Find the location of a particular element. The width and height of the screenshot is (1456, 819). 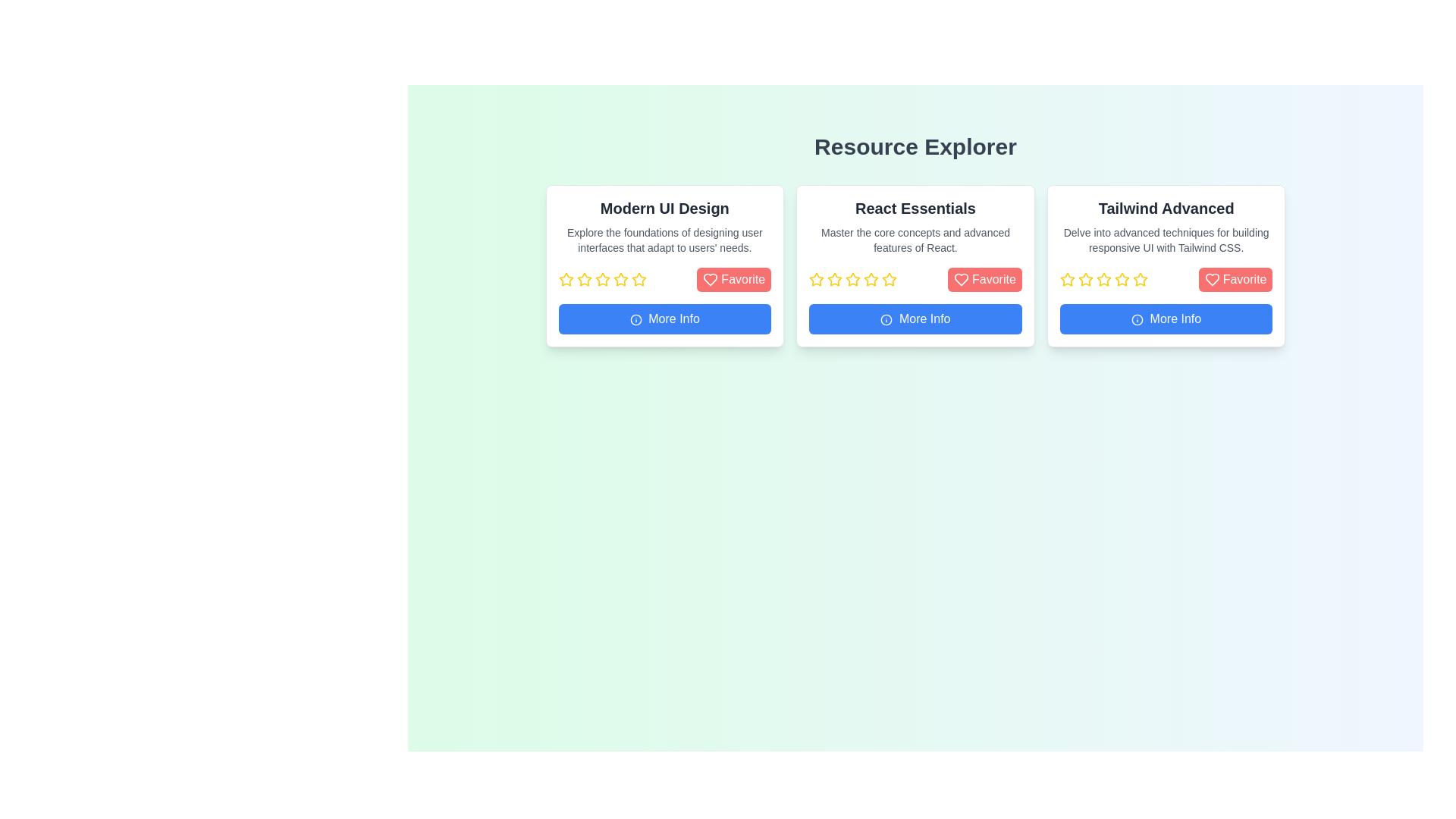

the 'More Info' button, which is a vibrant blue rectangular button with rounded corners and white bold text, located at the bottom of the 'Modern UI Design' card is located at coordinates (664, 318).